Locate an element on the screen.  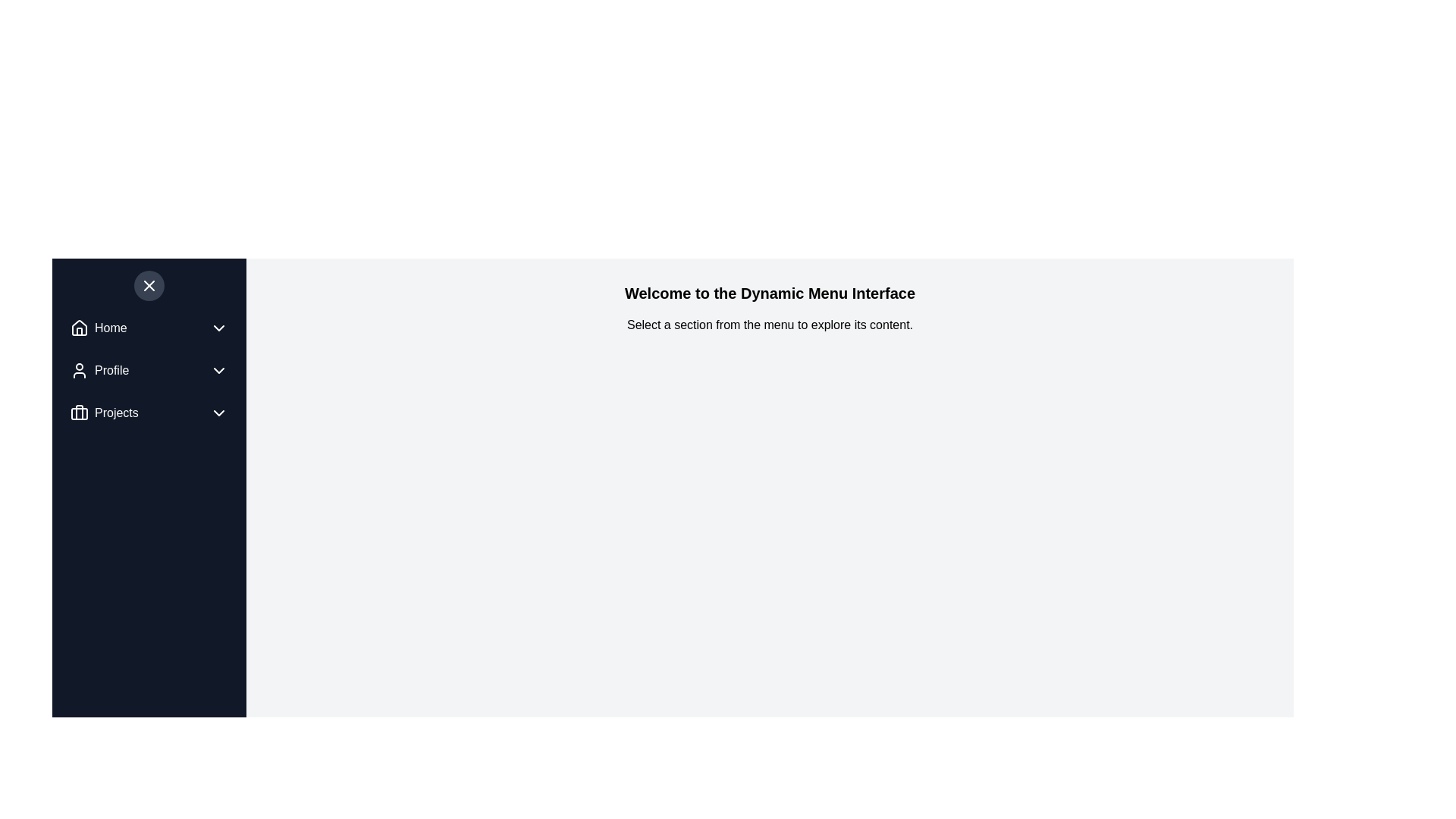
the bottom portion of the briefcase icon in the vertical navigation menu, which is located to the left of the text 'Projects' is located at coordinates (79, 414).